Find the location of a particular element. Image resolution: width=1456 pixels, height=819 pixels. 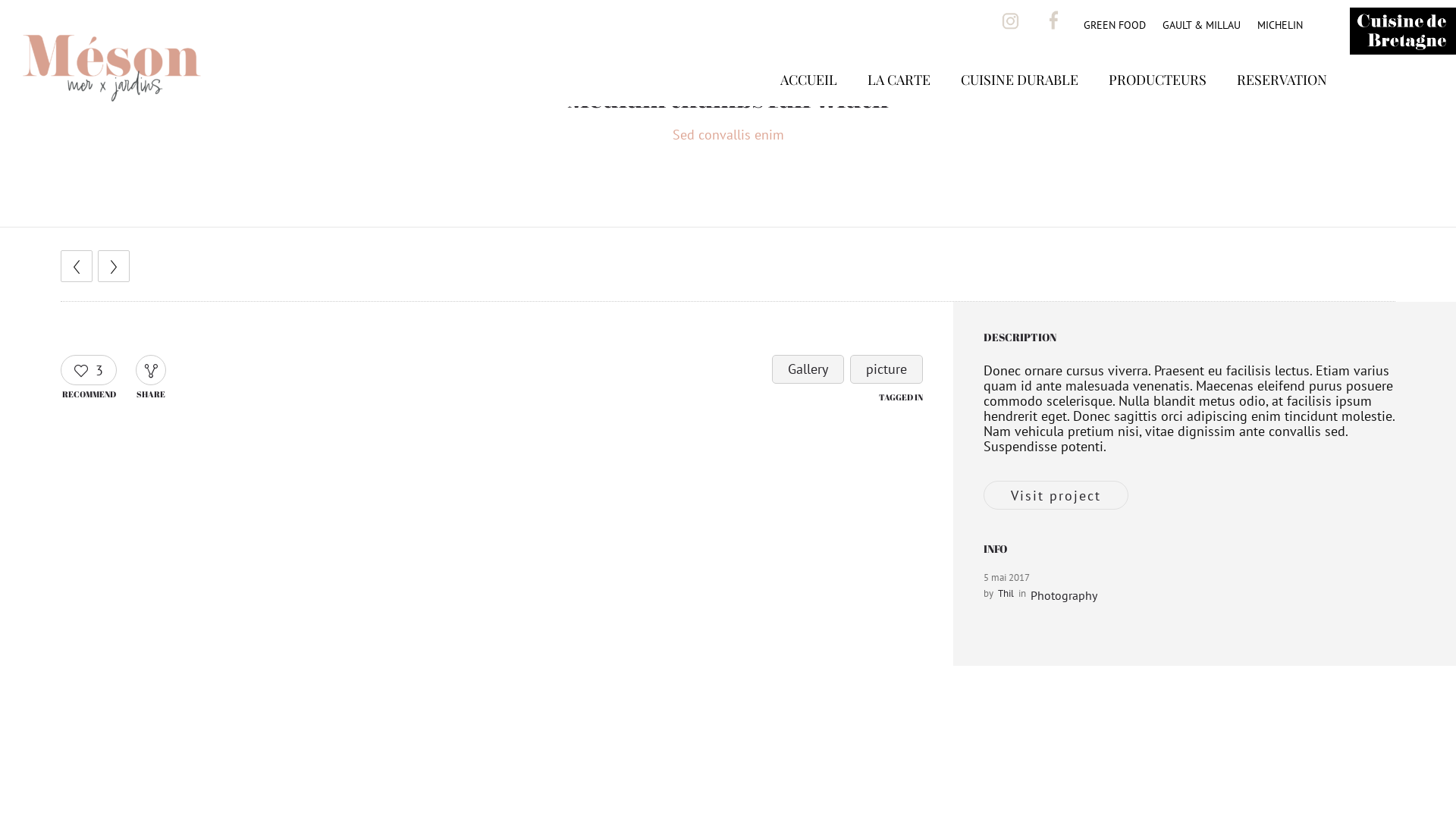

'Gallery' is located at coordinates (807, 369).